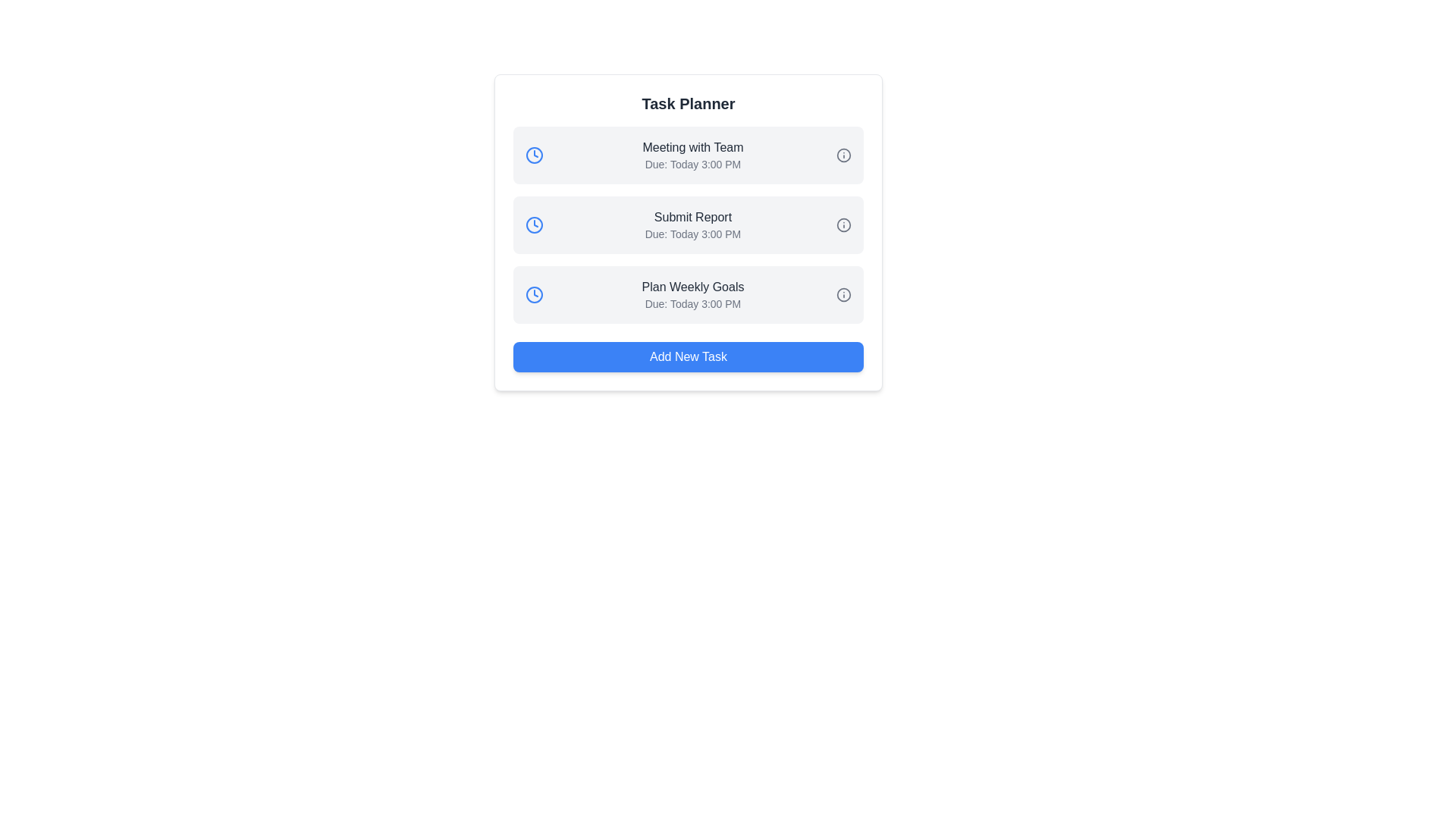 The width and height of the screenshot is (1456, 819). Describe the element at coordinates (692, 225) in the screenshot. I see `the non-interactive text block displaying task details, located within the second task of the vertically-stacked list under the 'Task Planner' heading` at that location.